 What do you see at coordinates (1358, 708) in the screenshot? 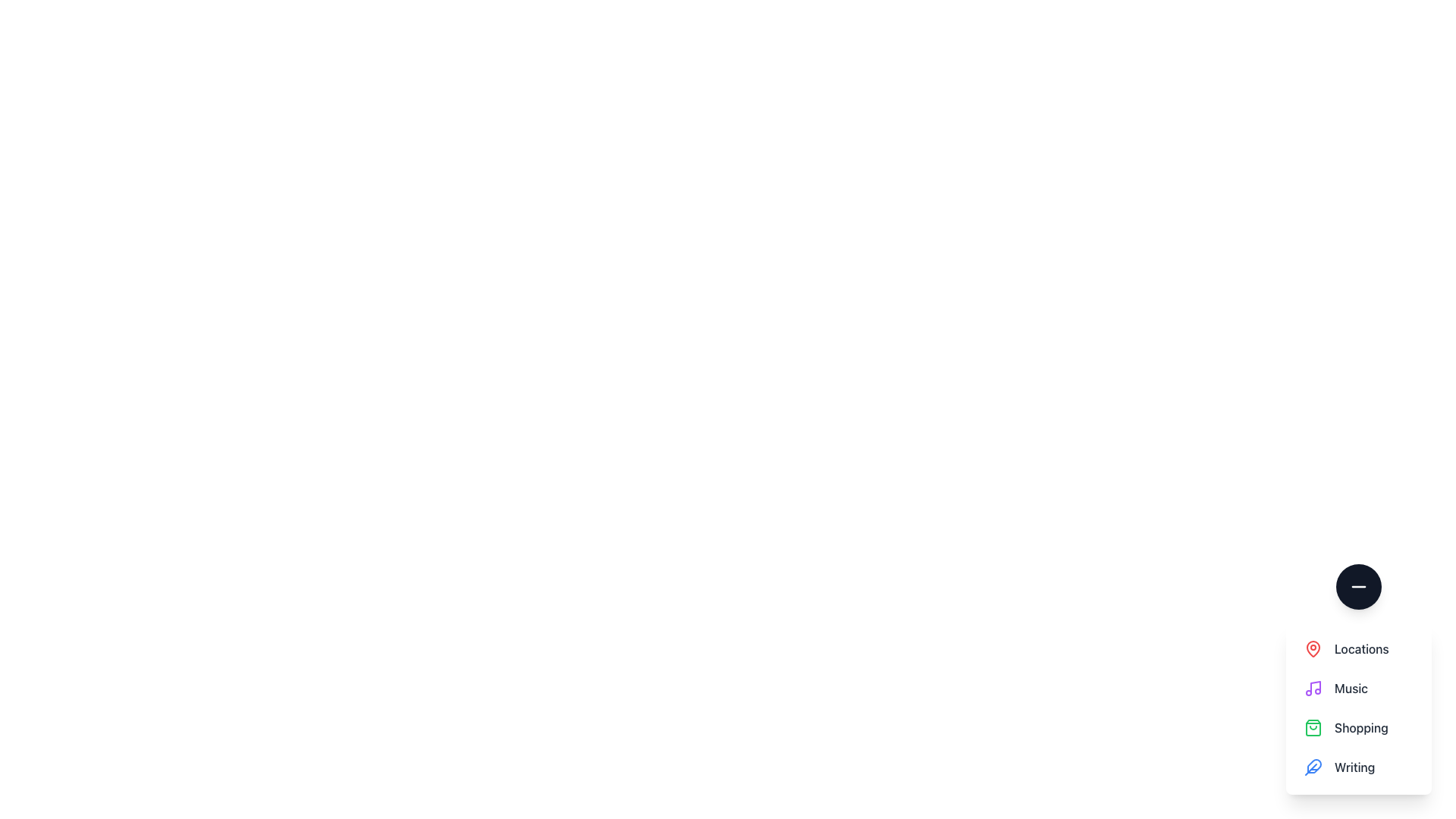
I see `the 'Locations' option in the vertical navigation menu` at bounding box center [1358, 708].